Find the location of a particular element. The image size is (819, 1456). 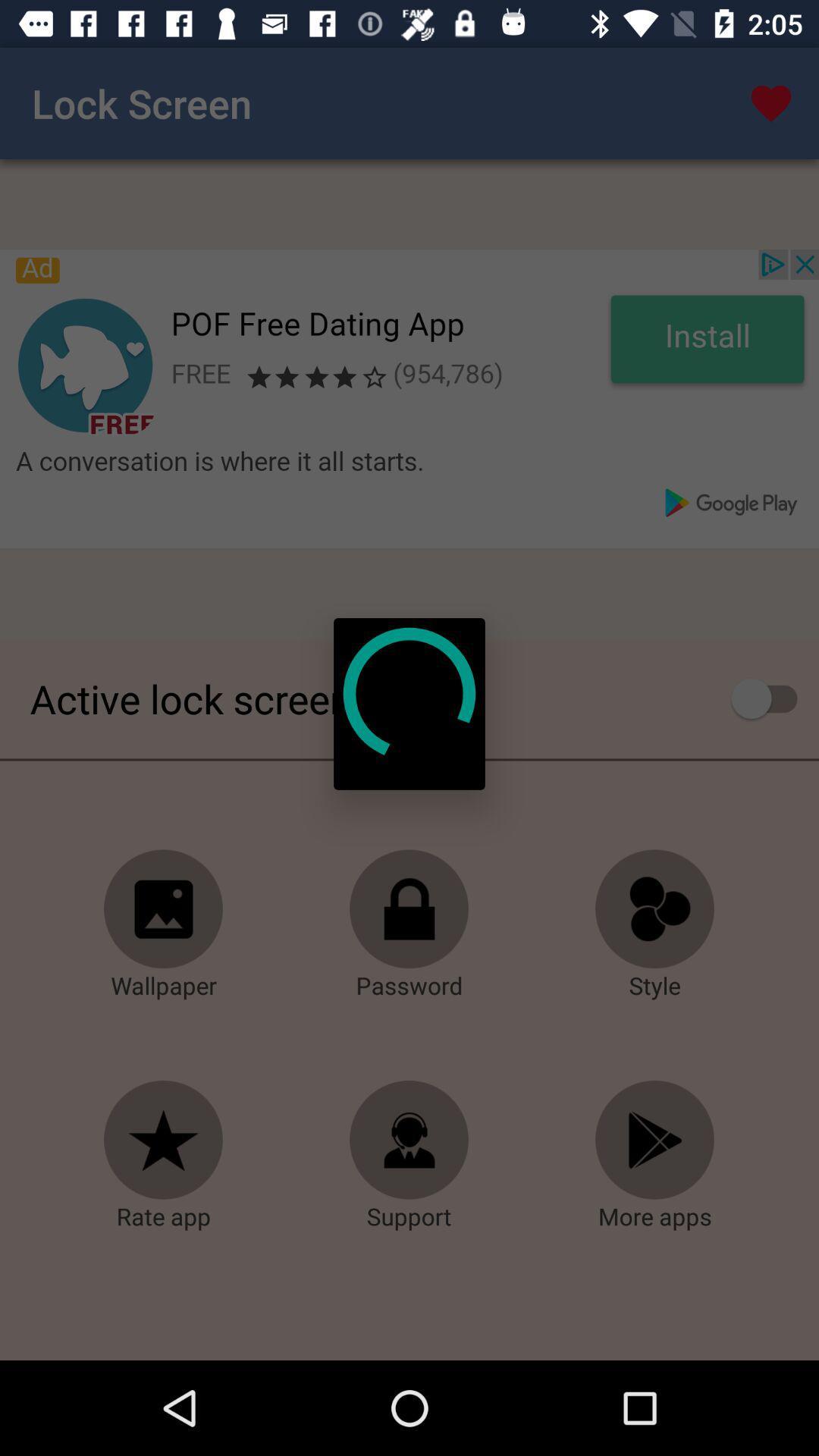

changes the style of the lock screen is located at coordinates (654, 909).